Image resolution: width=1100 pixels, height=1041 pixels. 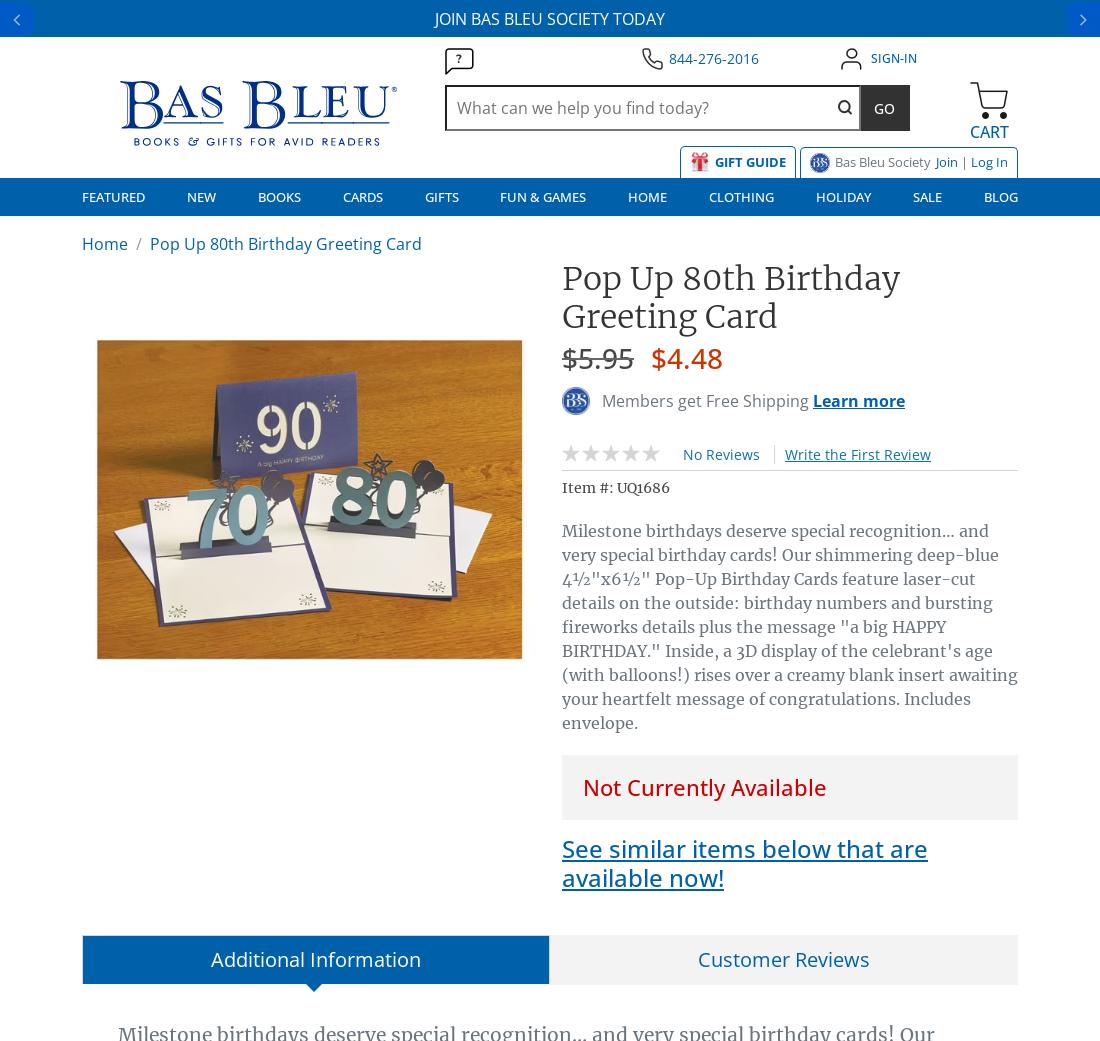 I want to click on 'Do Not Sell or Share My Info', so click(x=157, y=637).